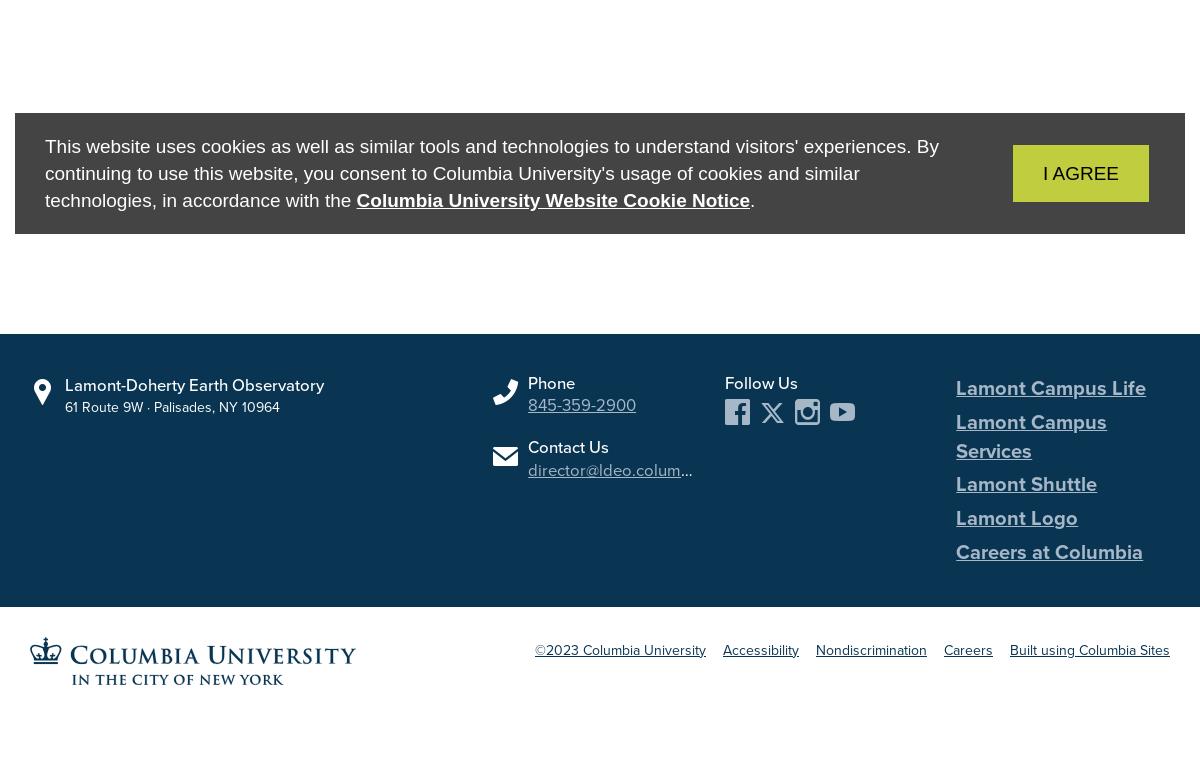 The height and width of the screenshot is (766, 1200). Describe the element at coordinates (1026, 483) in the screenshot. I see `'Lamont Shuttle'` at that location.